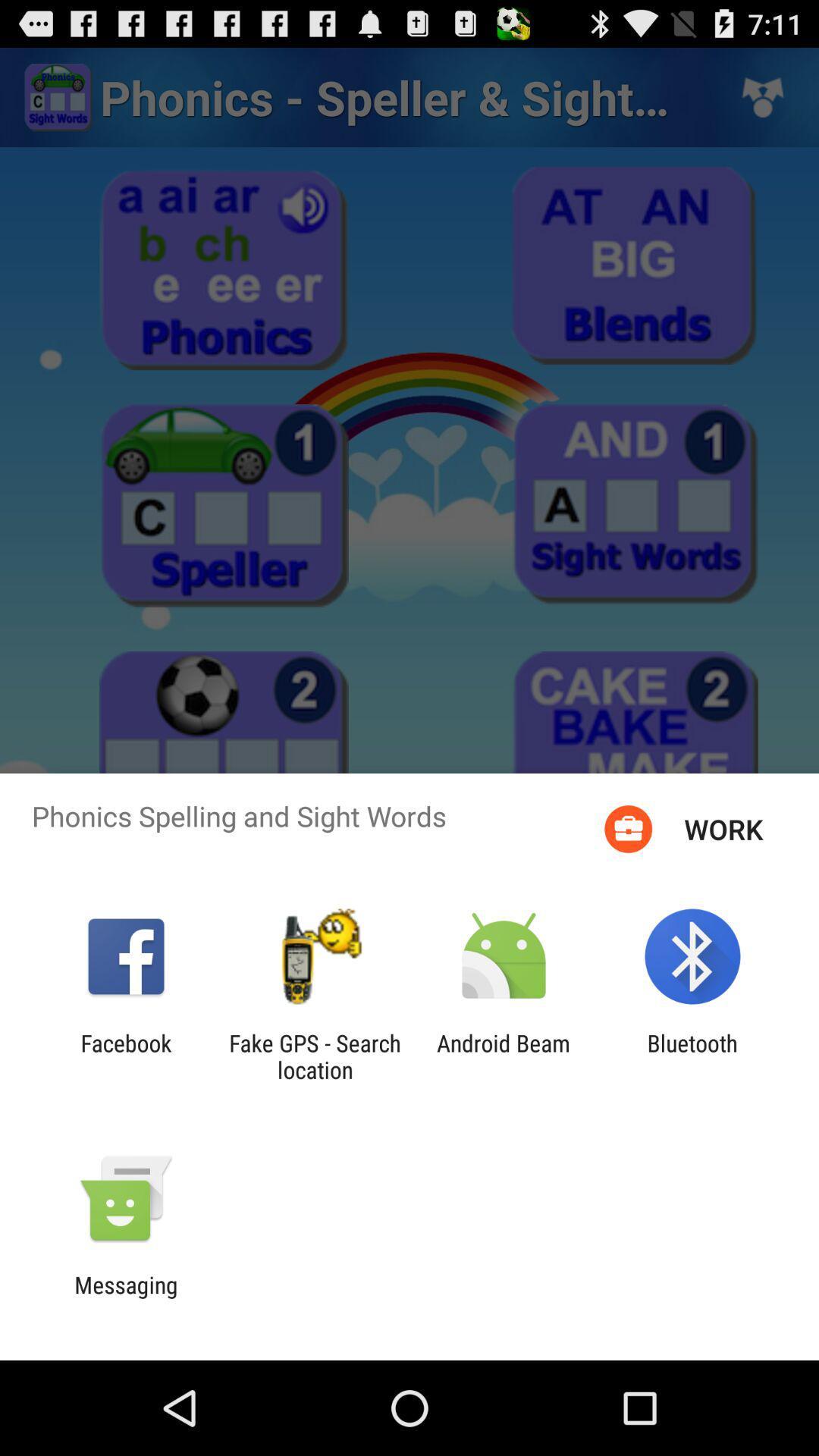 The width and height of the screenshot is (819, 1456). Describe the element at coordinates (504, 1056) in the screenshot. I see `the app to the left of bluetooth app` at that location.